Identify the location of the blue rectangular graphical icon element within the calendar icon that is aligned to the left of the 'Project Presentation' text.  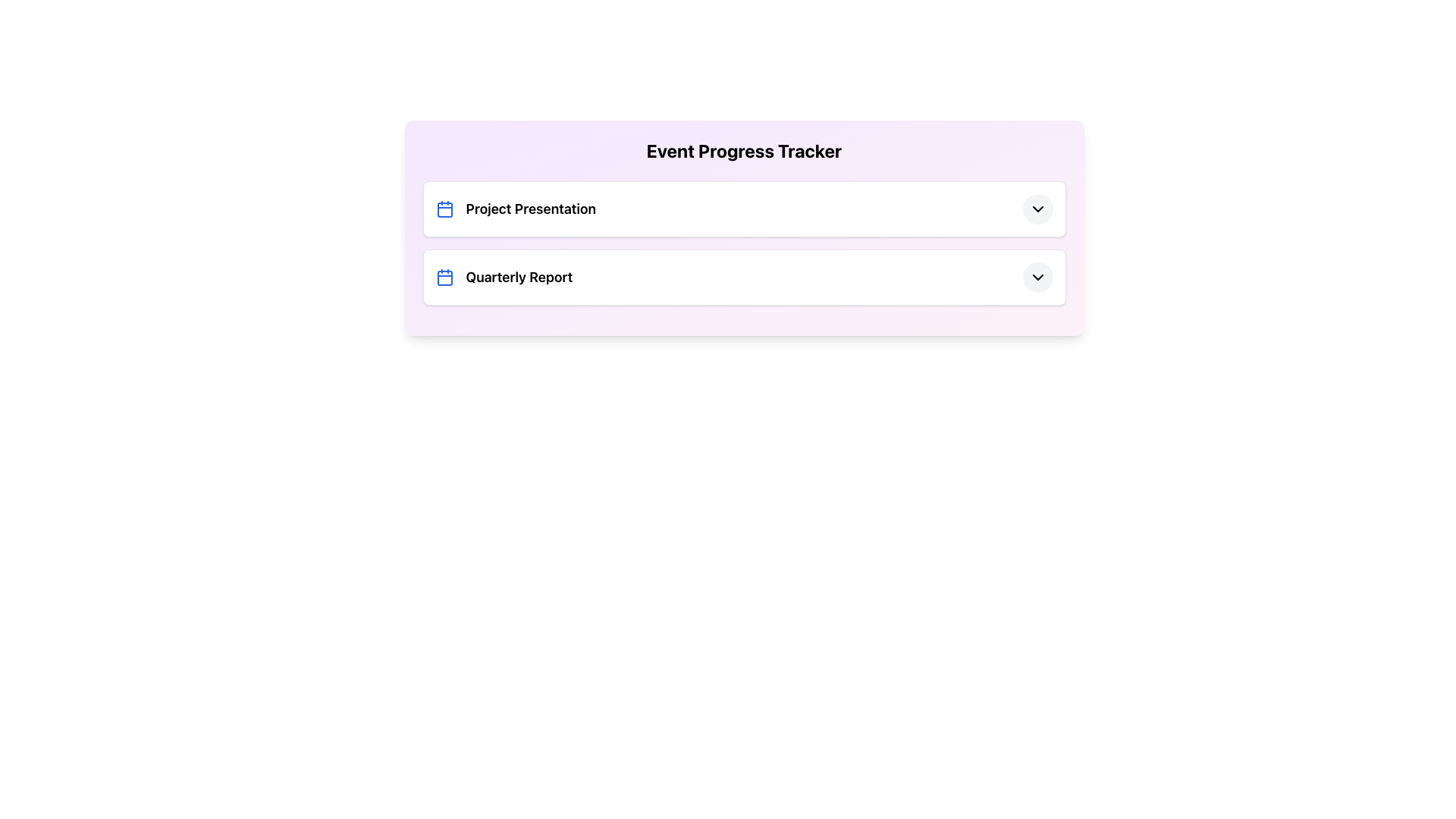
(444, 210).